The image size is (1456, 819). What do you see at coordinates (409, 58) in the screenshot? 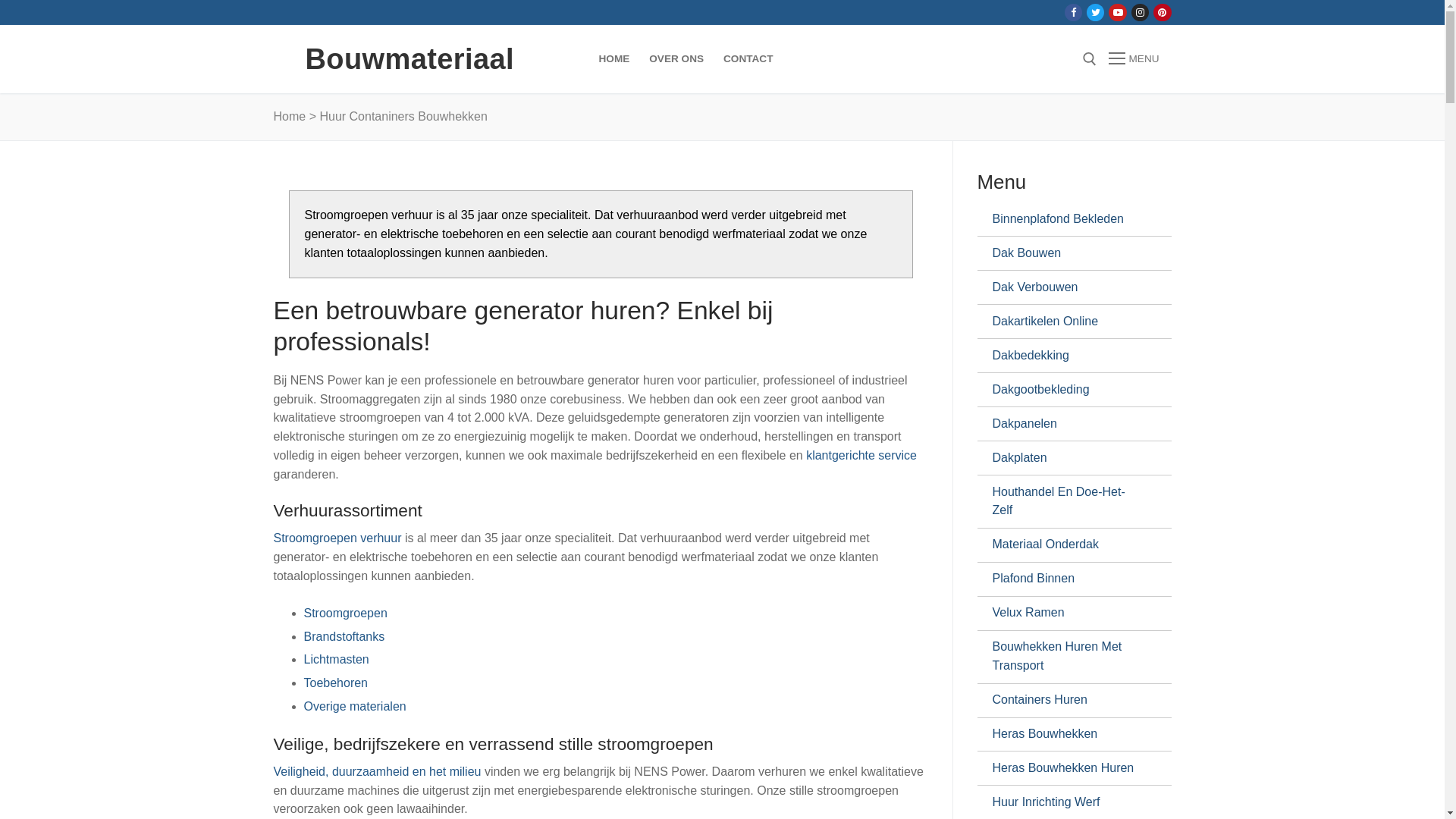
I see `'Bouwmateriaal'` at bounding box center [409, 58].